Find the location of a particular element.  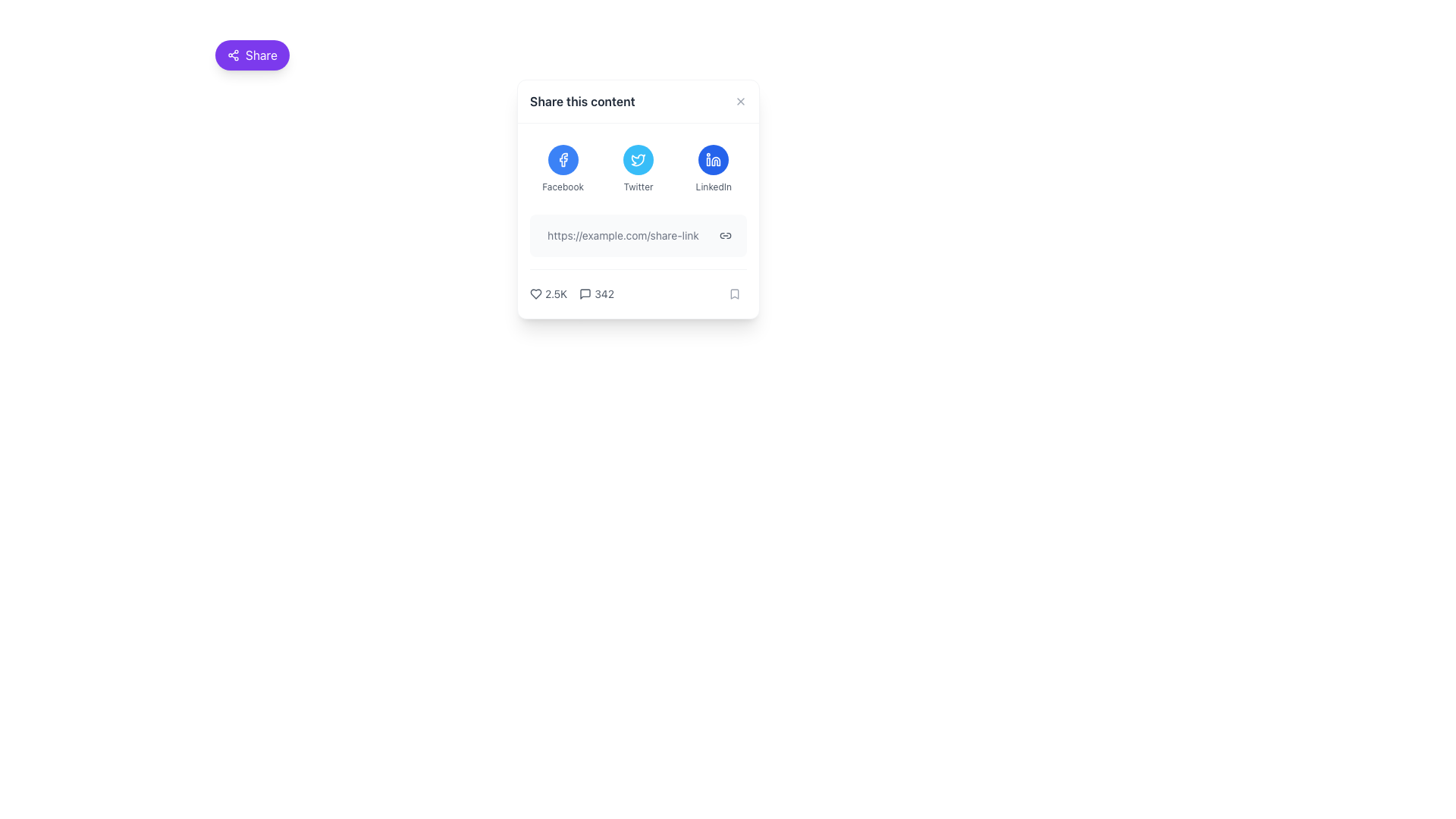

the share button located within the share dialog box is located at coordinates (724, 236).